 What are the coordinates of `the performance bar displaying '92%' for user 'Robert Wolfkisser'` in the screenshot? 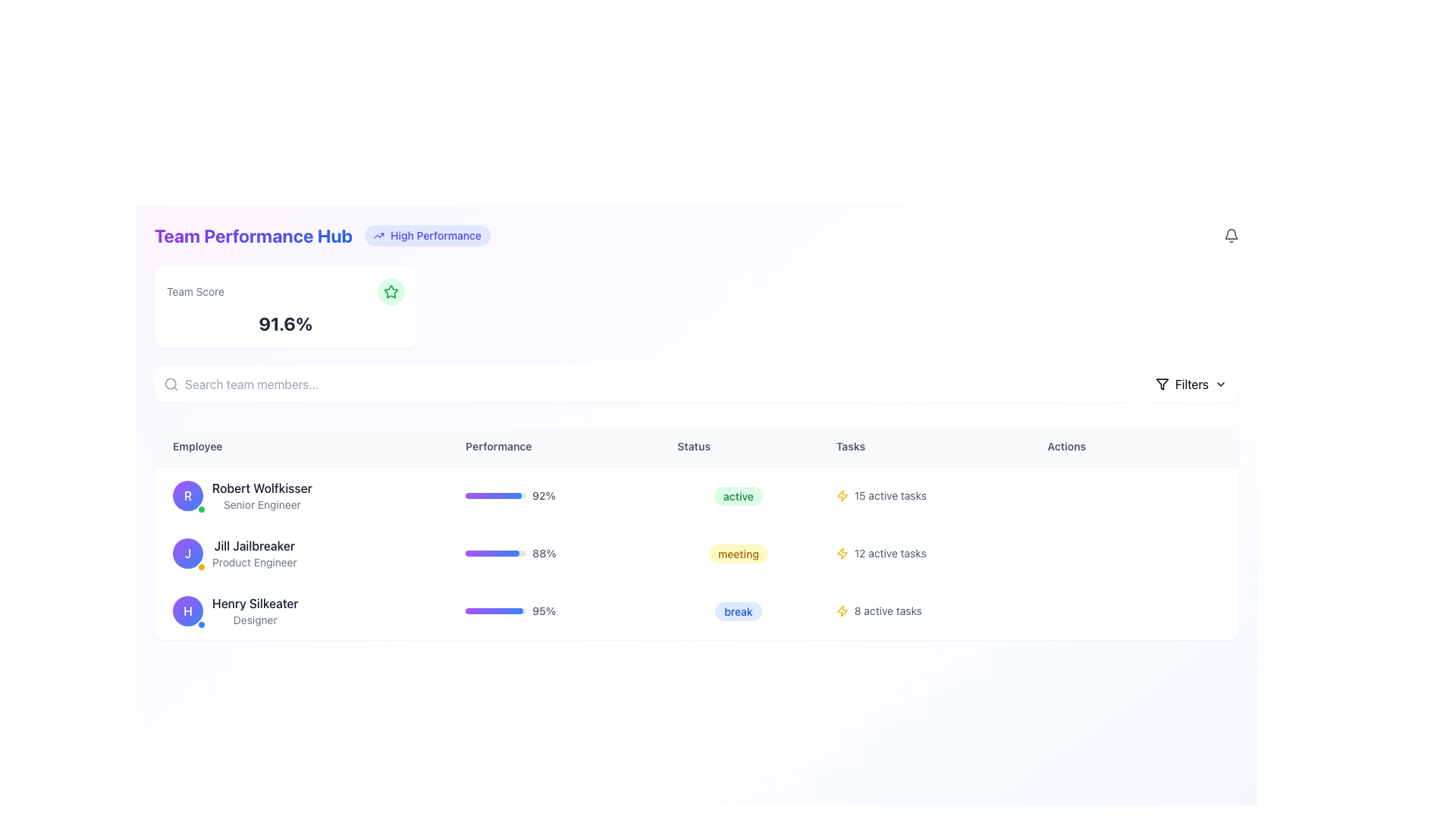 It's located at (552, 496).